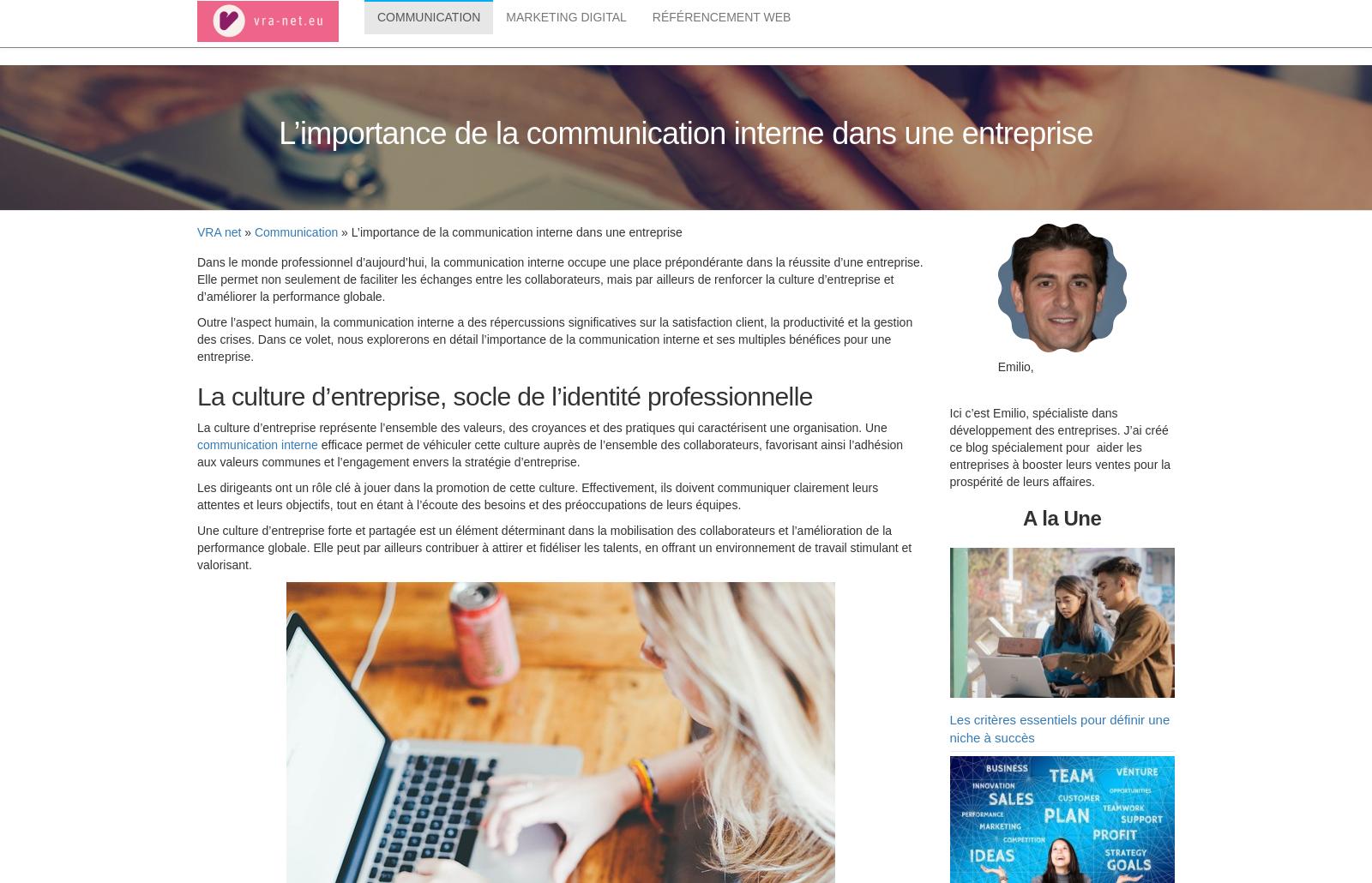 The width and height of the screenshot is (1372, 883). Describe the element at coordinates (685, 135) in the screenshot. I see `'L’importance de la communication interne dans une entreprise'` at that location.